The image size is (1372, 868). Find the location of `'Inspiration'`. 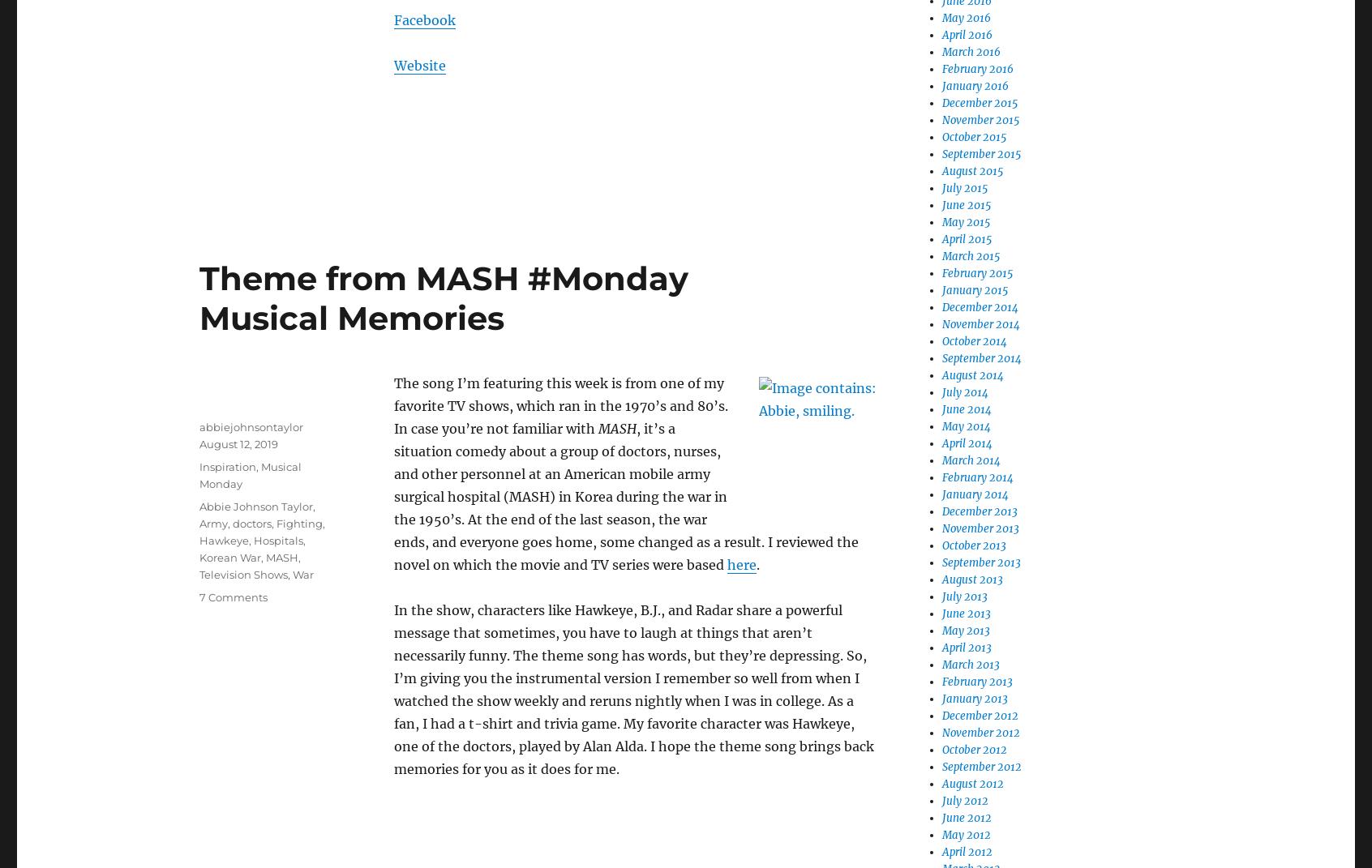

'Inspiration' is located at coordinates (228, 466).